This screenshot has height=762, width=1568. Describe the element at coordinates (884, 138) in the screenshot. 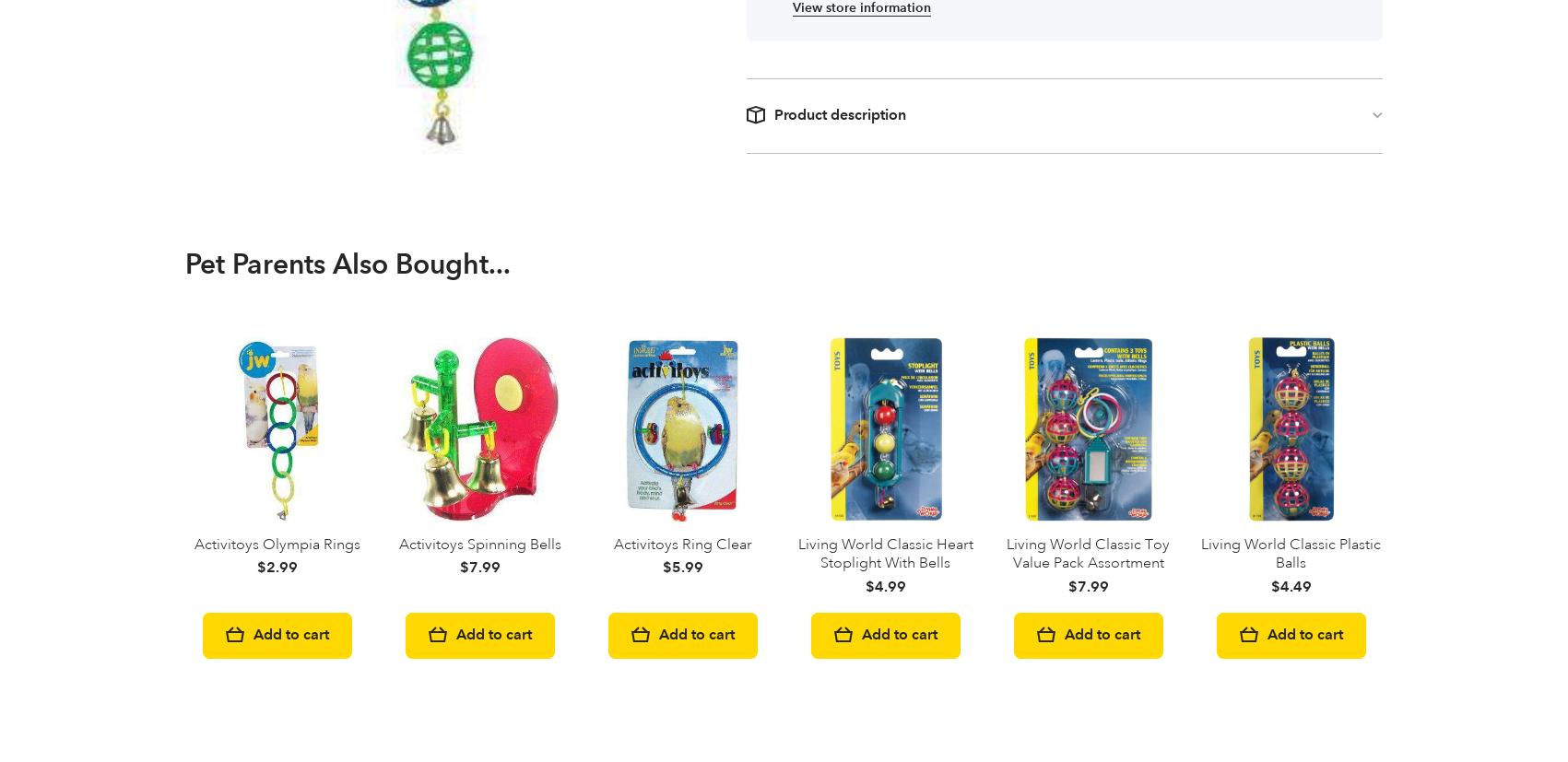

I see `'Living World Classic Heart Stoplight With Bells'` at that location.